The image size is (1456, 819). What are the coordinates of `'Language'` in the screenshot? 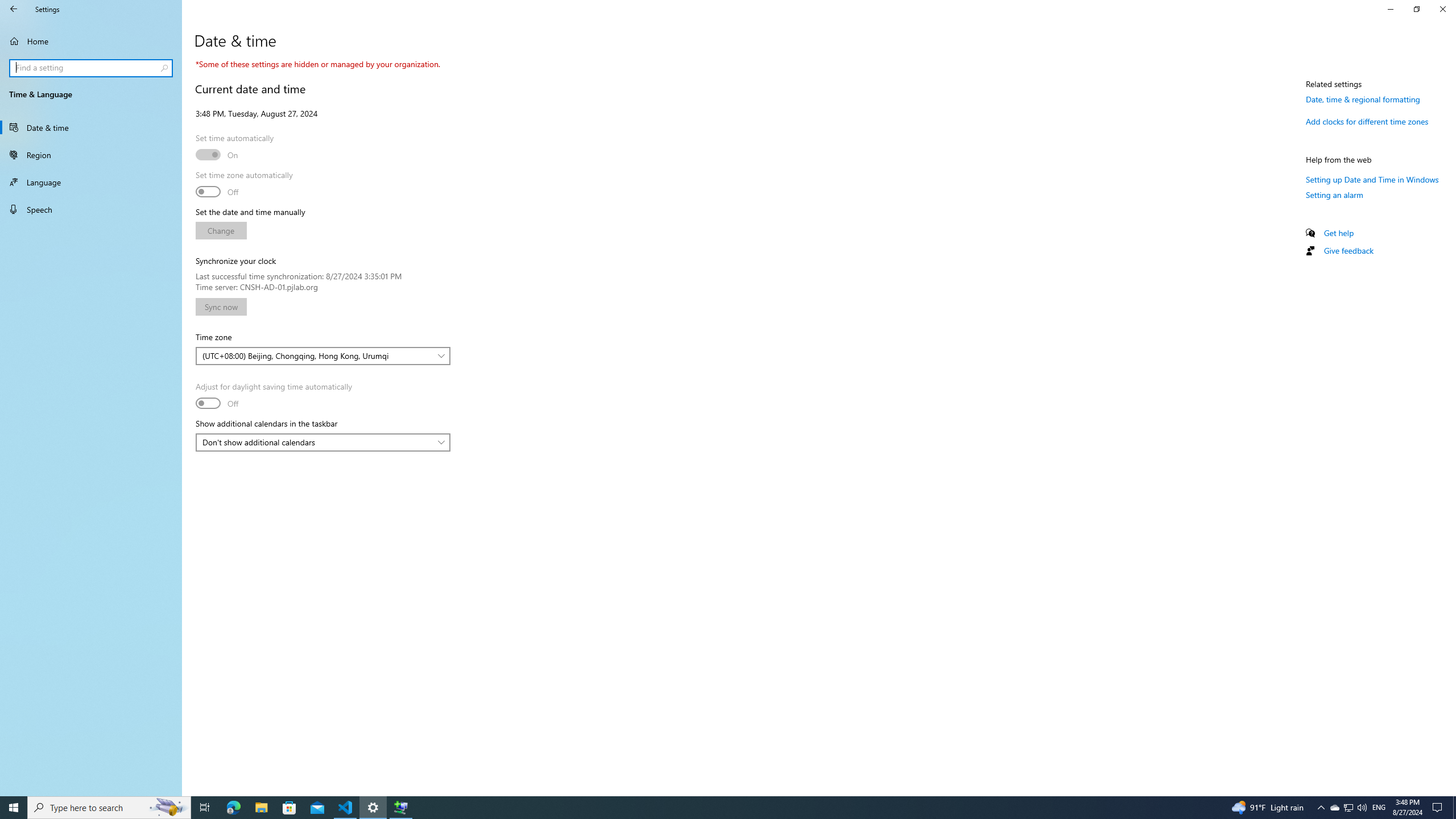 It's located at (90, 181).